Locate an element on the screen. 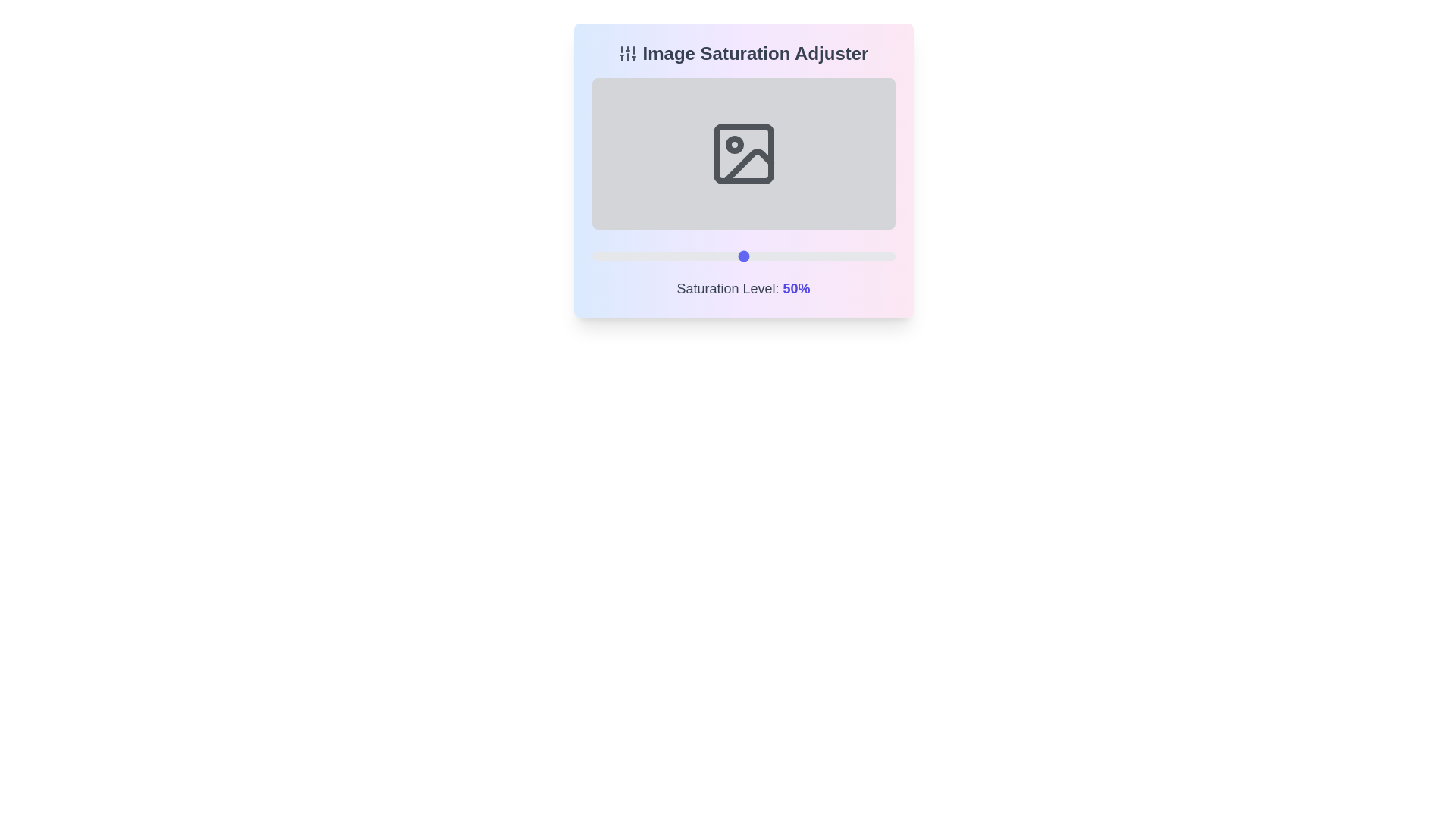 This screenshot has height=819, width=1456. the saturation level to 50% by interacting with the slider is located at coordinates (743, 256).